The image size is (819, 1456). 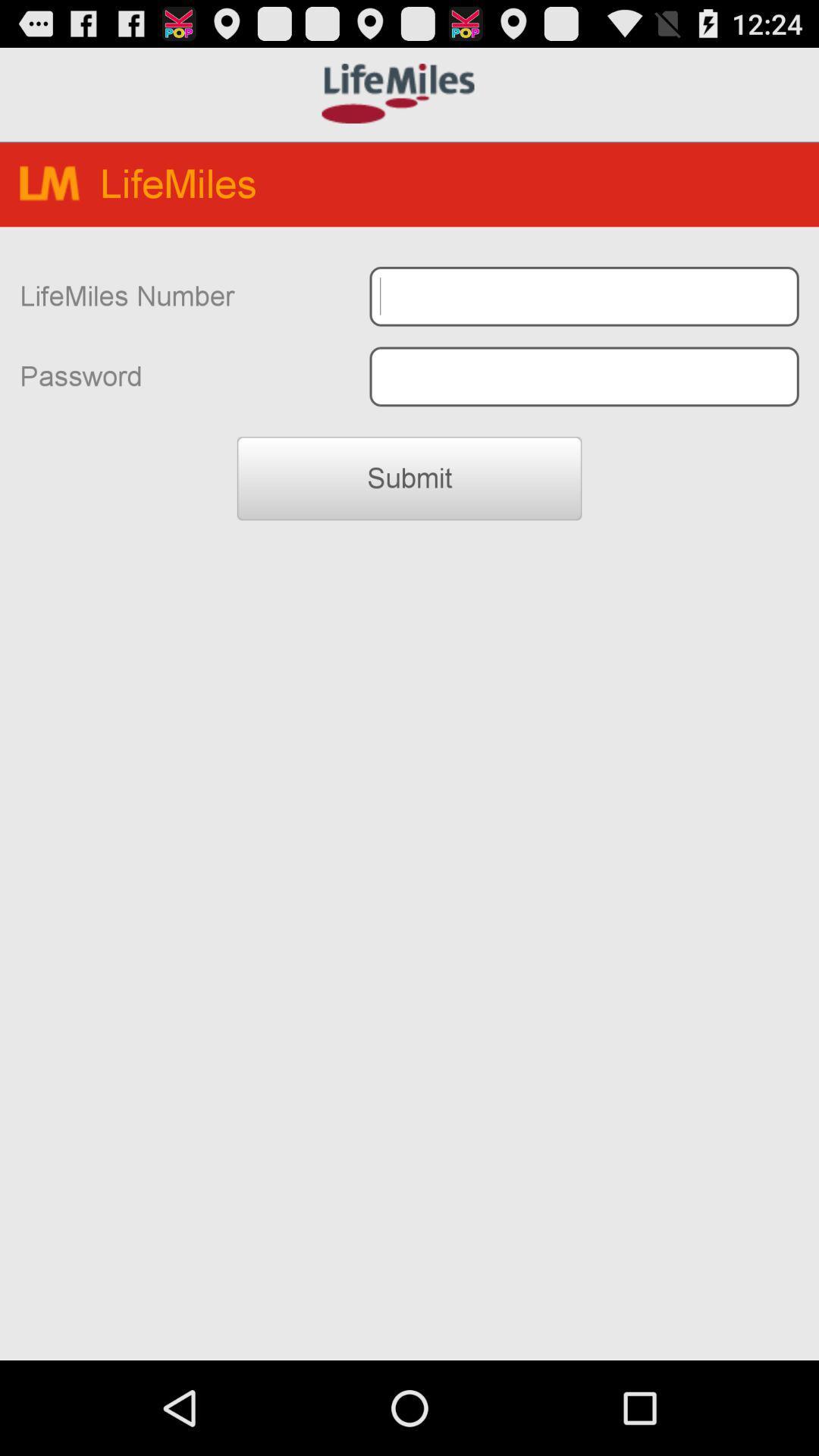 What do you see at coordinates (583, 297) in the screenshot?
I see `typing box` at bounding box center [583, 297].